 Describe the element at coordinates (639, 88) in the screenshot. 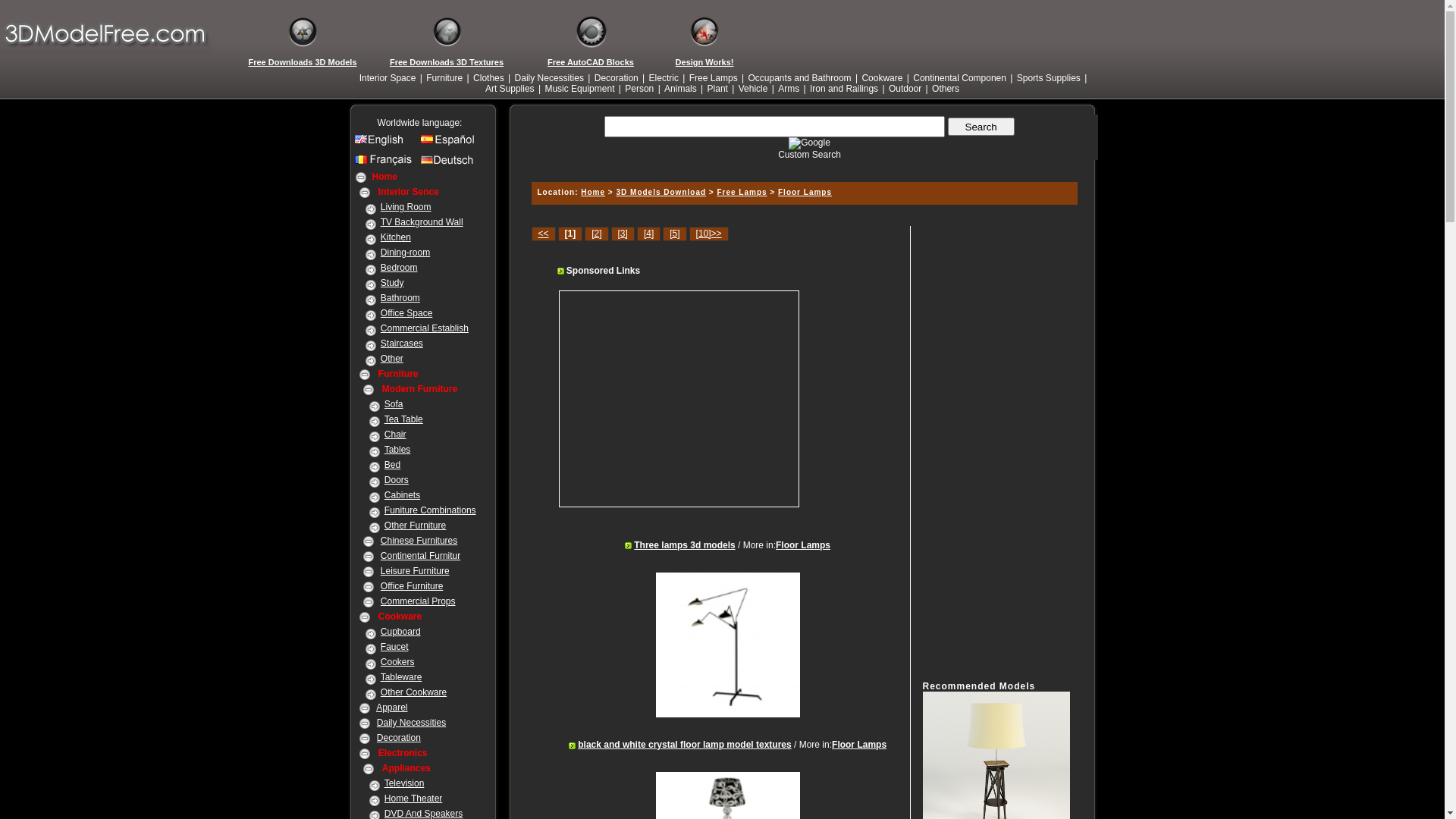

I see `'Person'` at that location.